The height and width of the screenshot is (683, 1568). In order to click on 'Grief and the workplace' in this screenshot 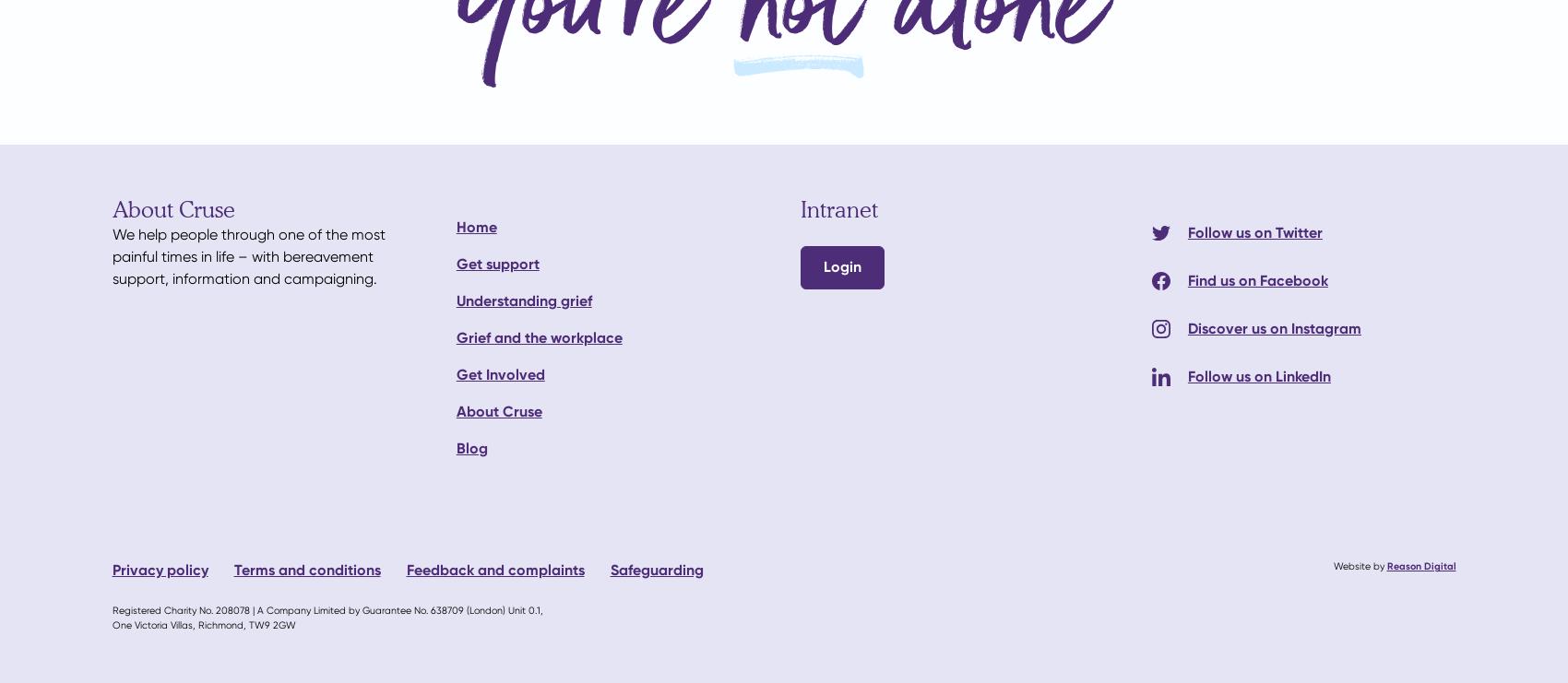, I will do `click(456, 336)`.